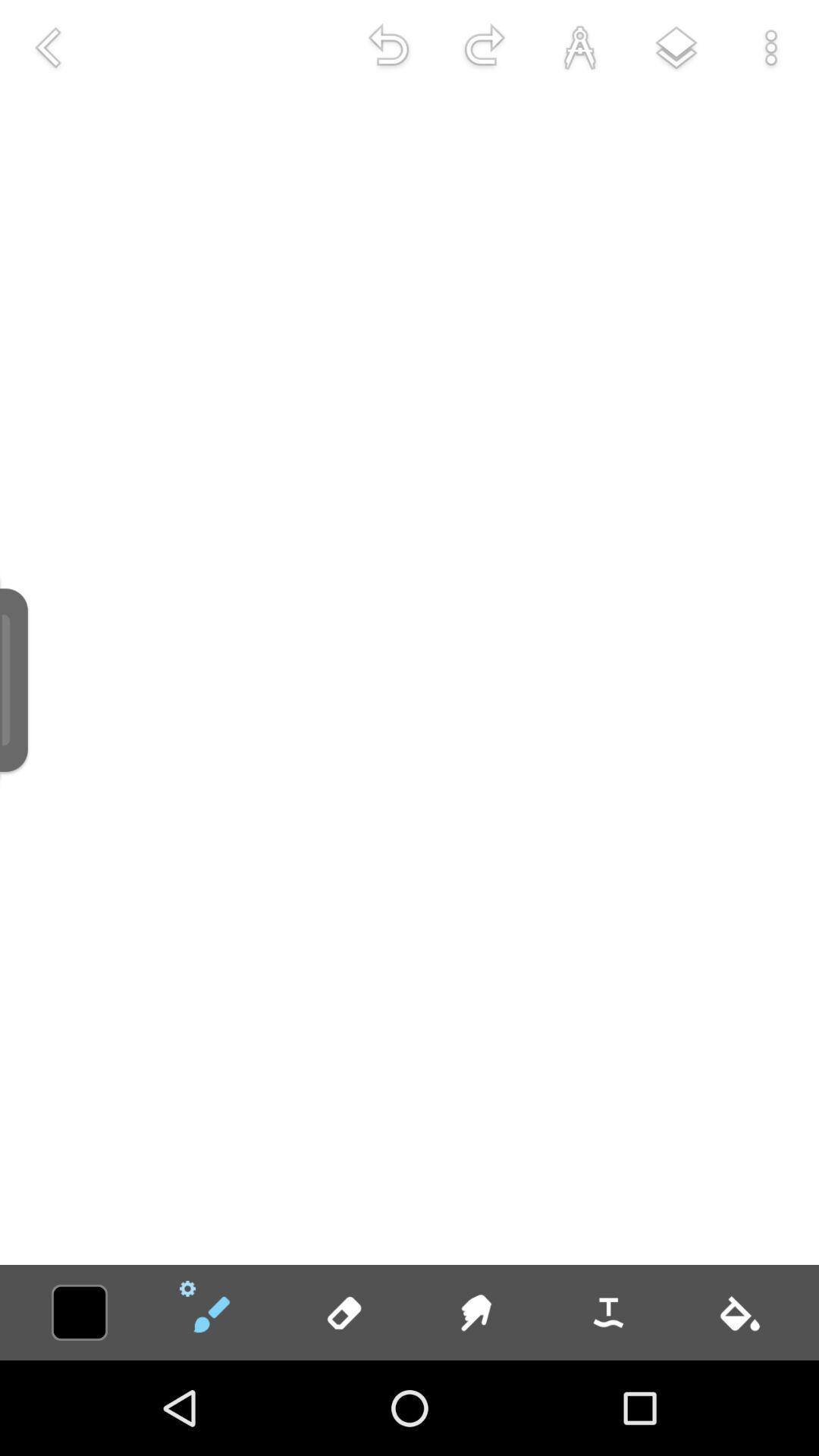  What do you see at coordinates (388, 47) in the screenshot?
I see `the undo icon` at bounding box center [388, 47].